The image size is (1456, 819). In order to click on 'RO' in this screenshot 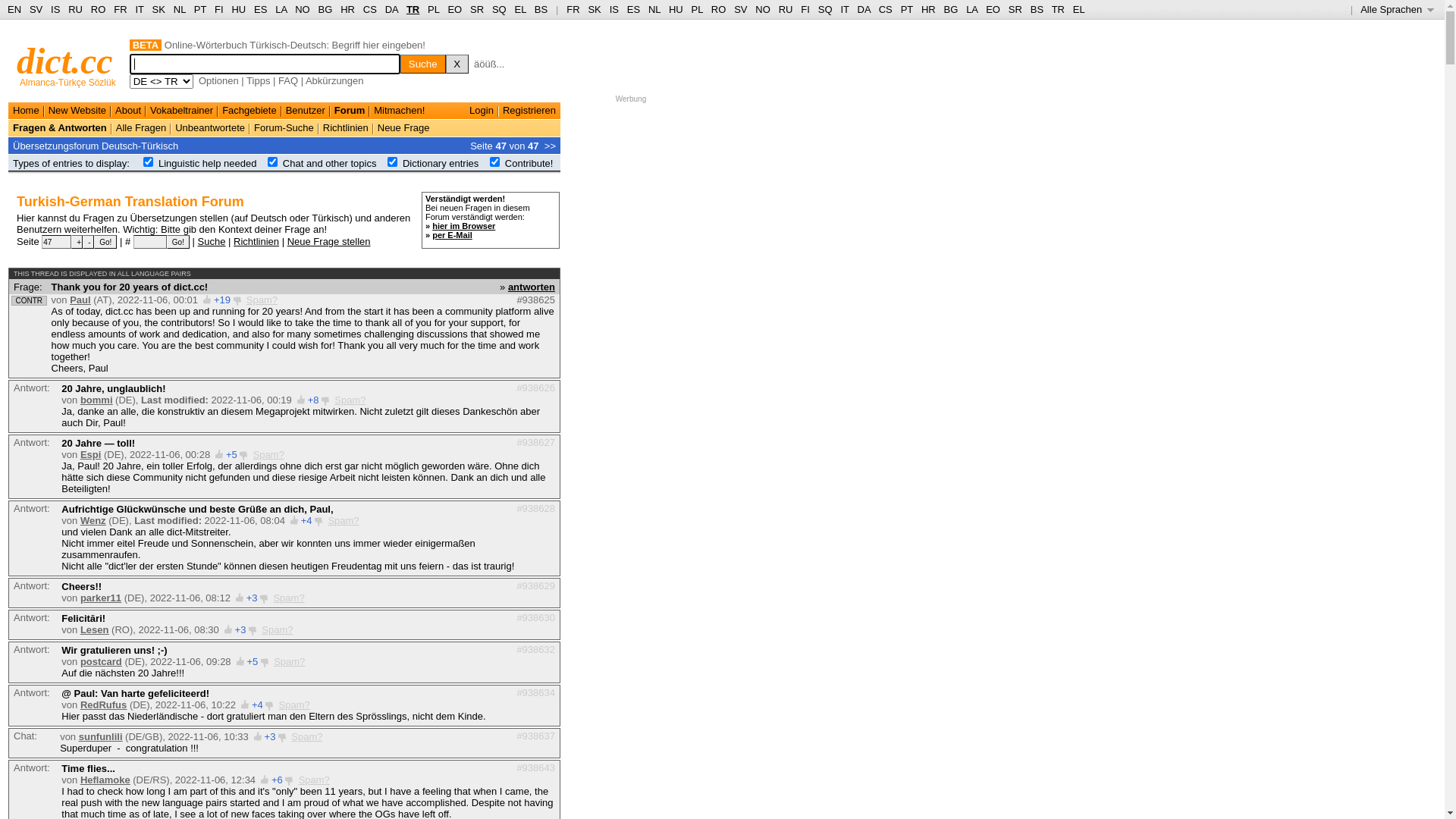, I will do `click(710, 9)`.